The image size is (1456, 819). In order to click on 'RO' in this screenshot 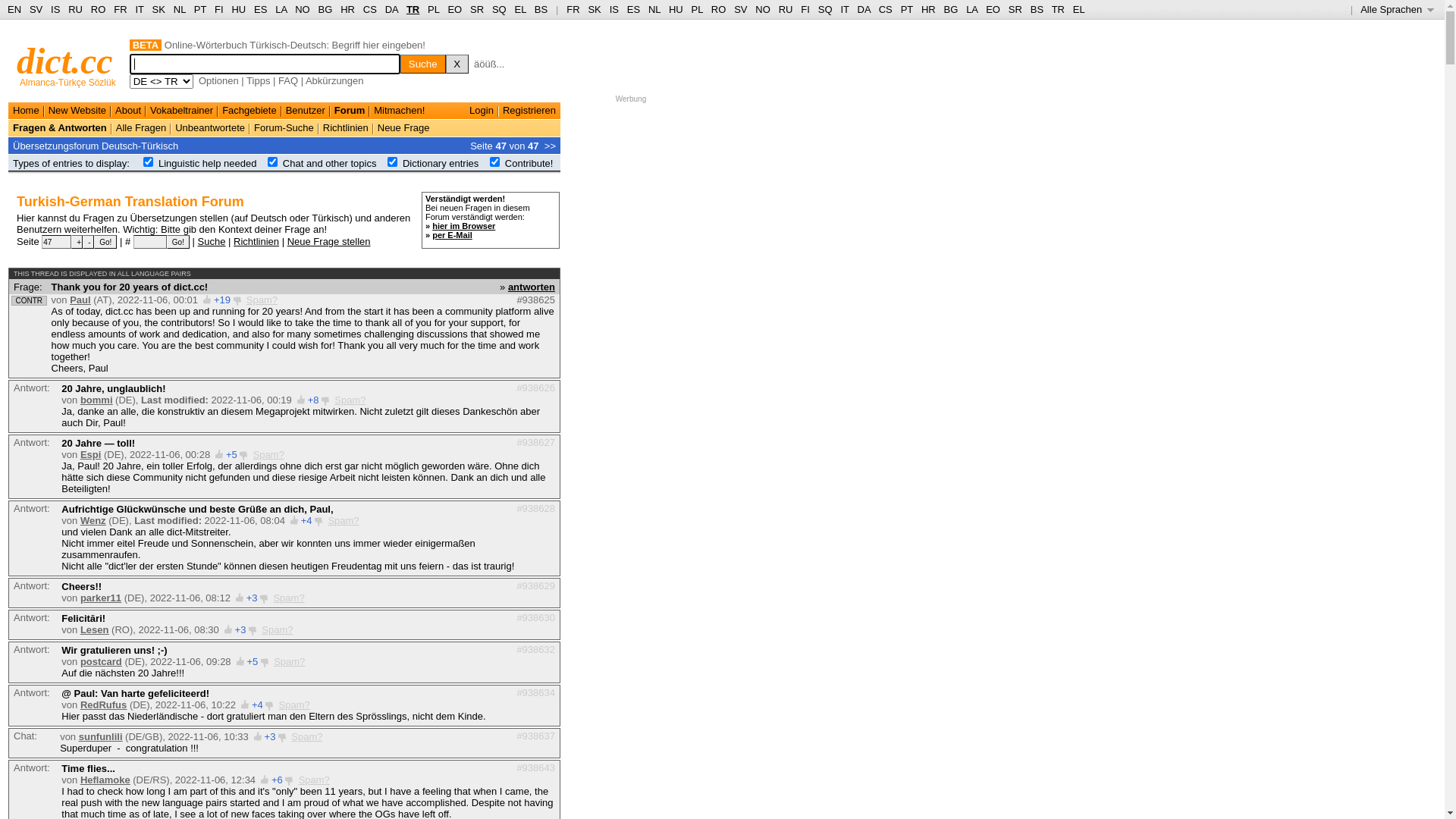, I will do `click(710, 9)`.